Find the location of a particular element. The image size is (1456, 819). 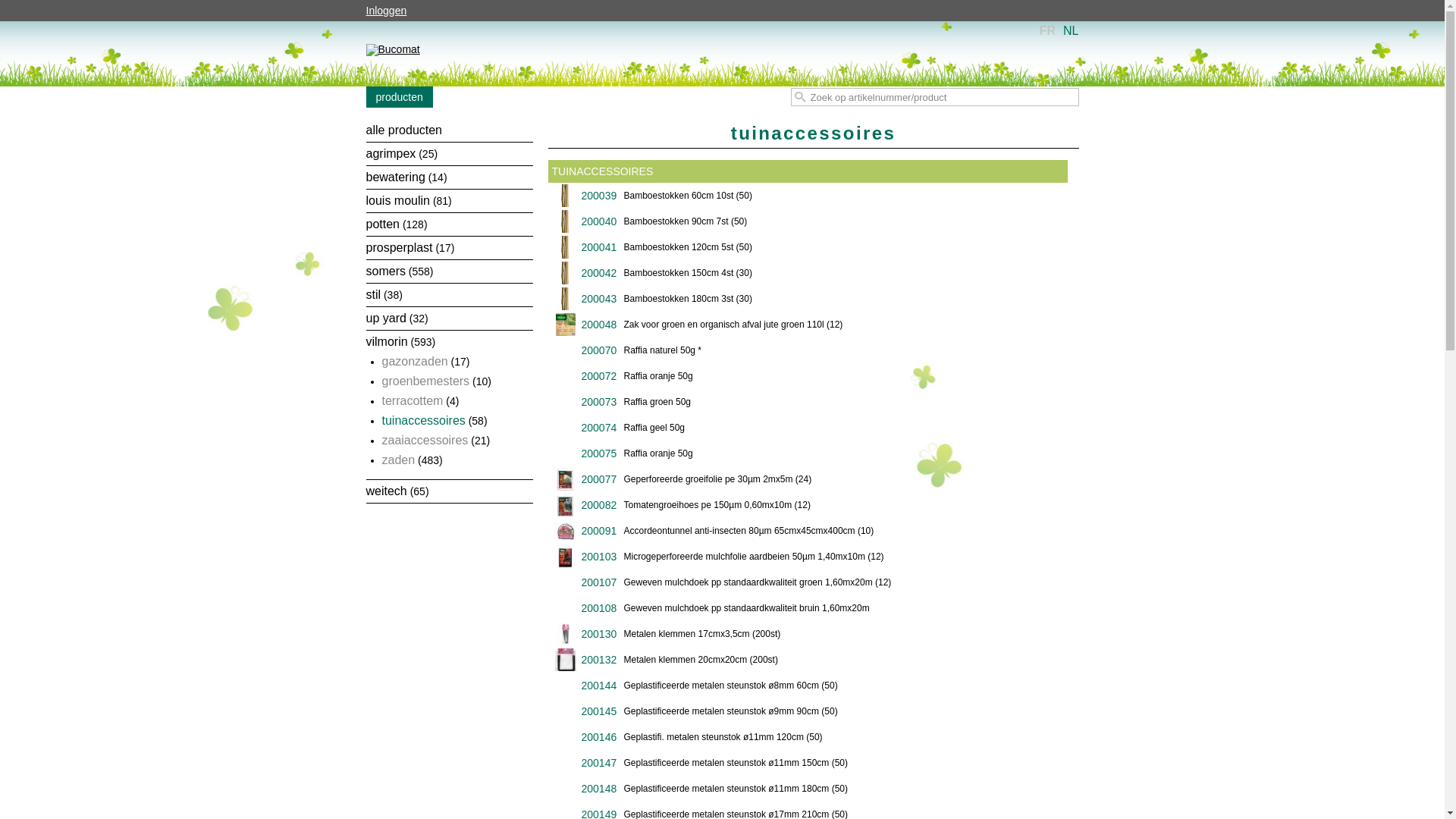

'groenbemesters' is located at coordinates (425, 380).